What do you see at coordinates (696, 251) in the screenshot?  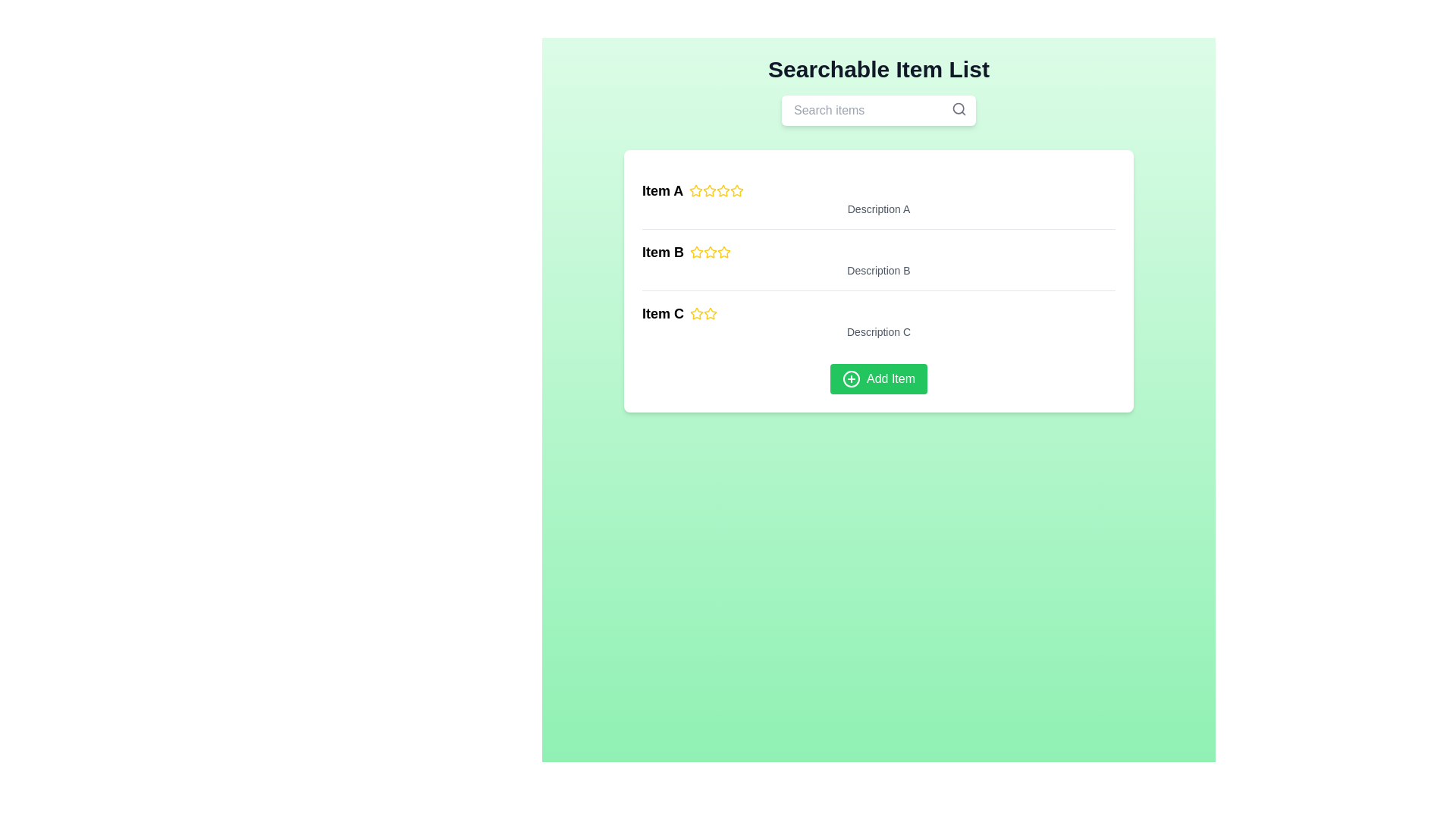 I see `the first star graphic in the rating system for 'Item B' as part of a keyboard-accessible sequence` at bounding box center [696, 251].